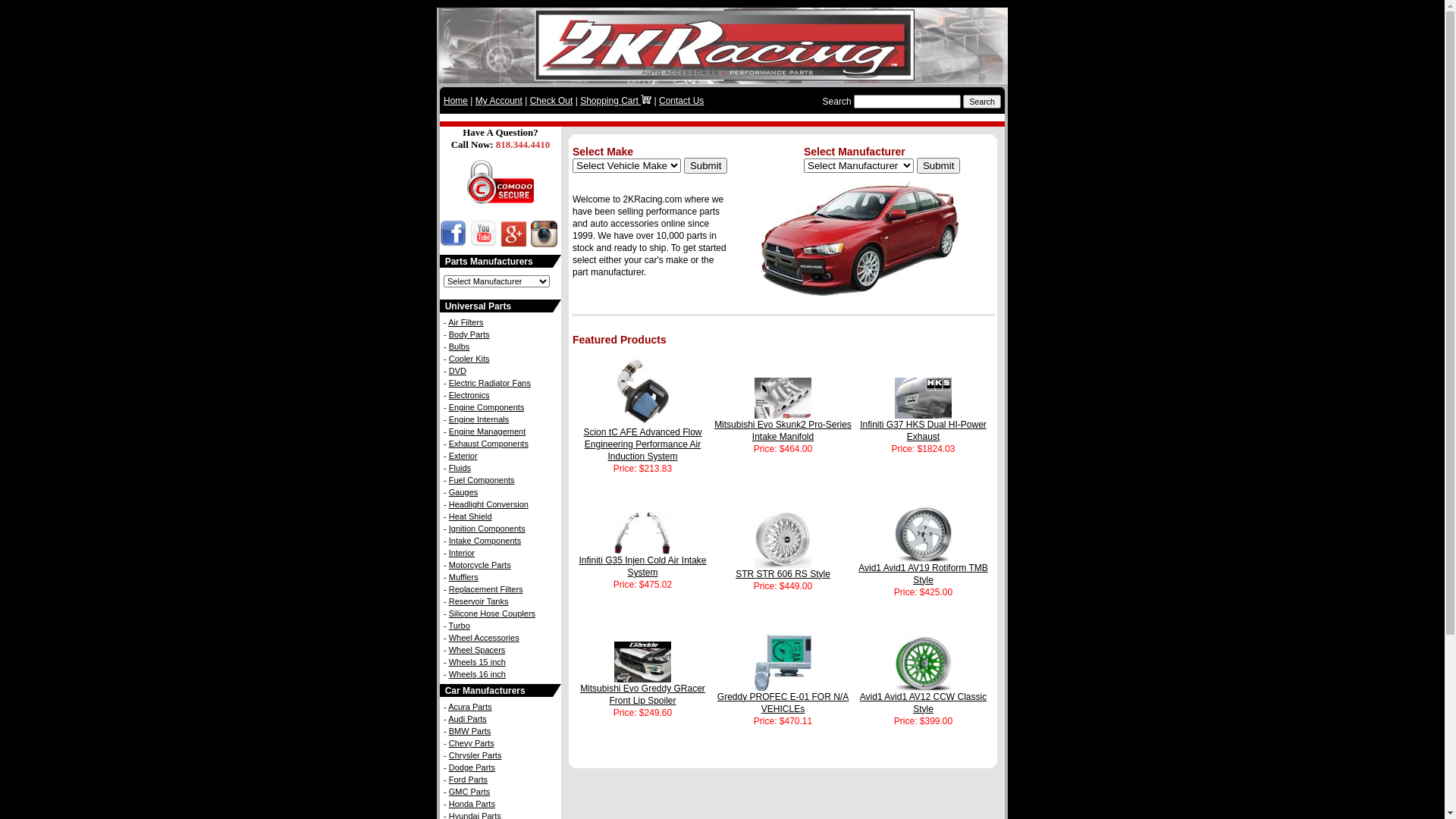 The height and width of the screenshot is (819, 1456). What do you see at coordinates (476, 673) in the screenshot?
I see `'Wheels 16 inch'` at bounding box center [476, 673].